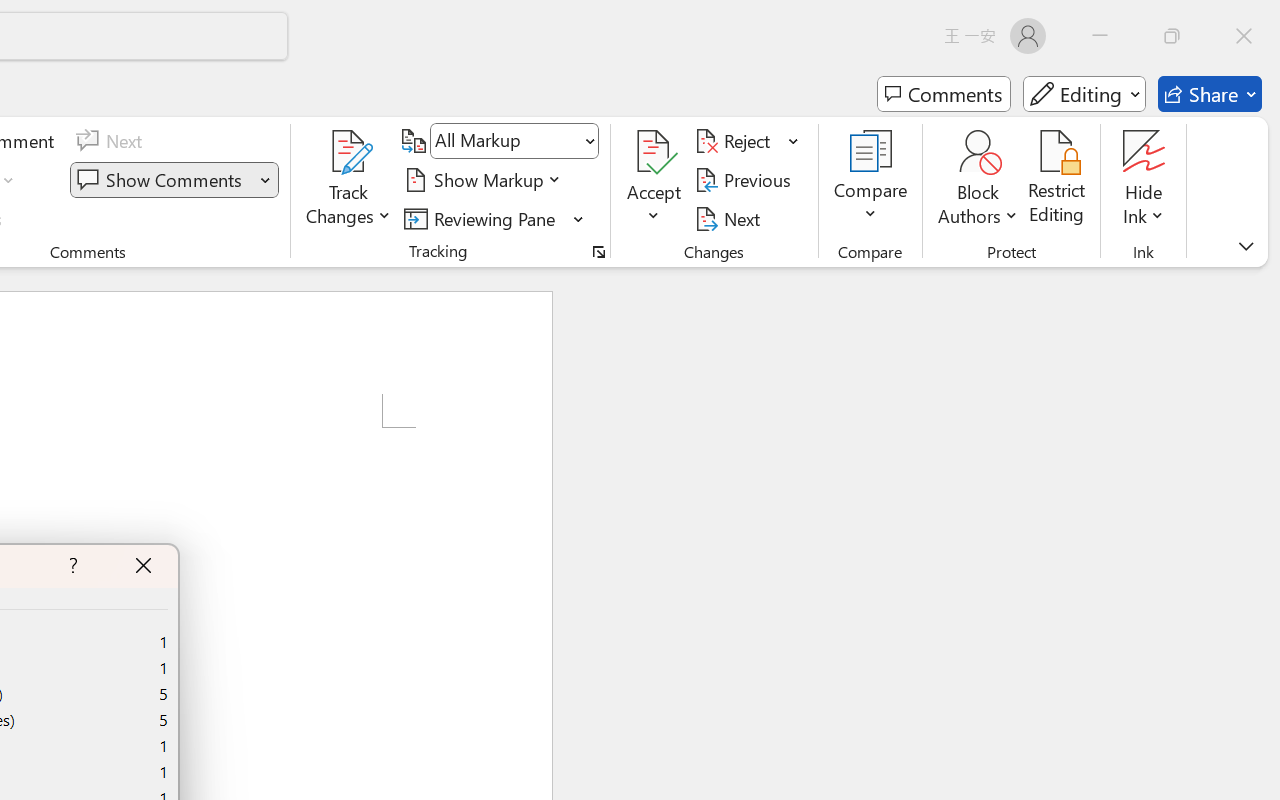  What do you see at coordinates (977, 151) in the screenshot?
I see `'Block Authors'` at bounding box center [977, 151].